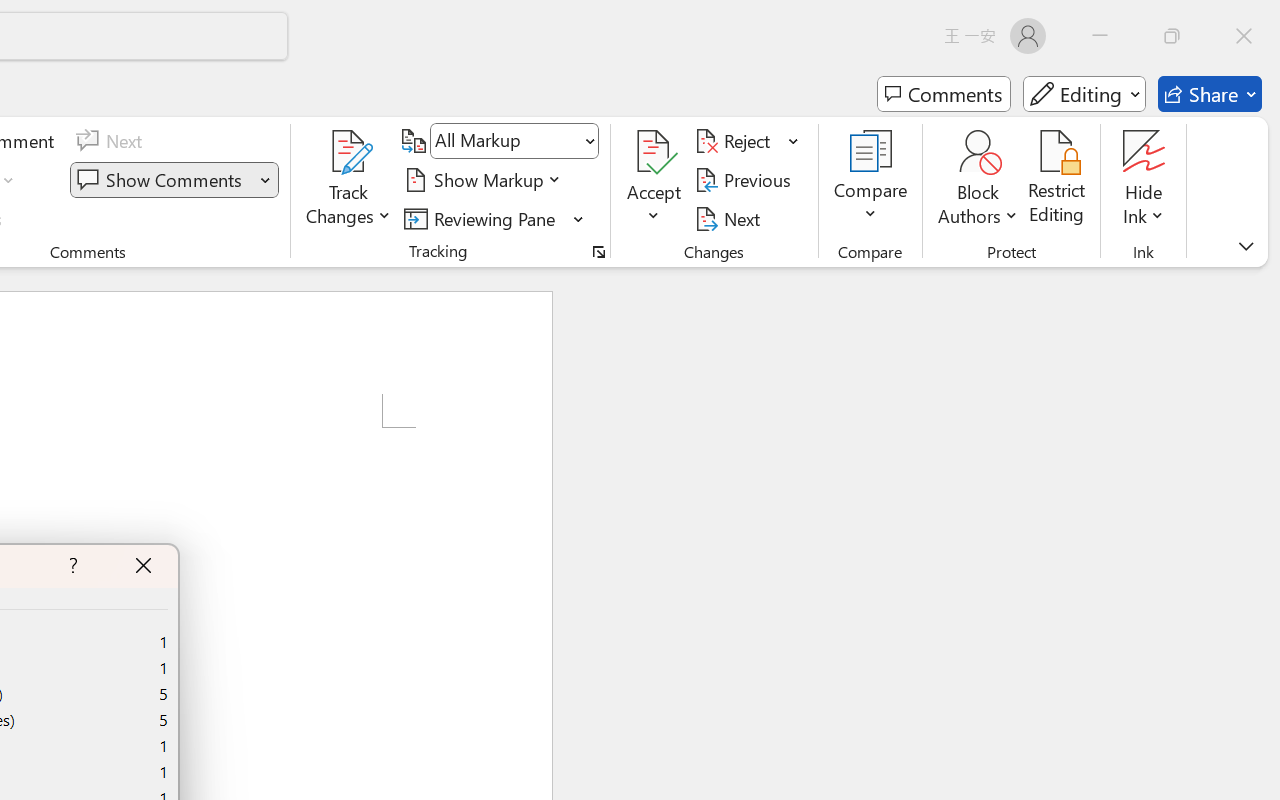  What do you see at coordinates (977, 151) in the screenshot?
I see `'Block Authors'` at bounding box center [977, 151].